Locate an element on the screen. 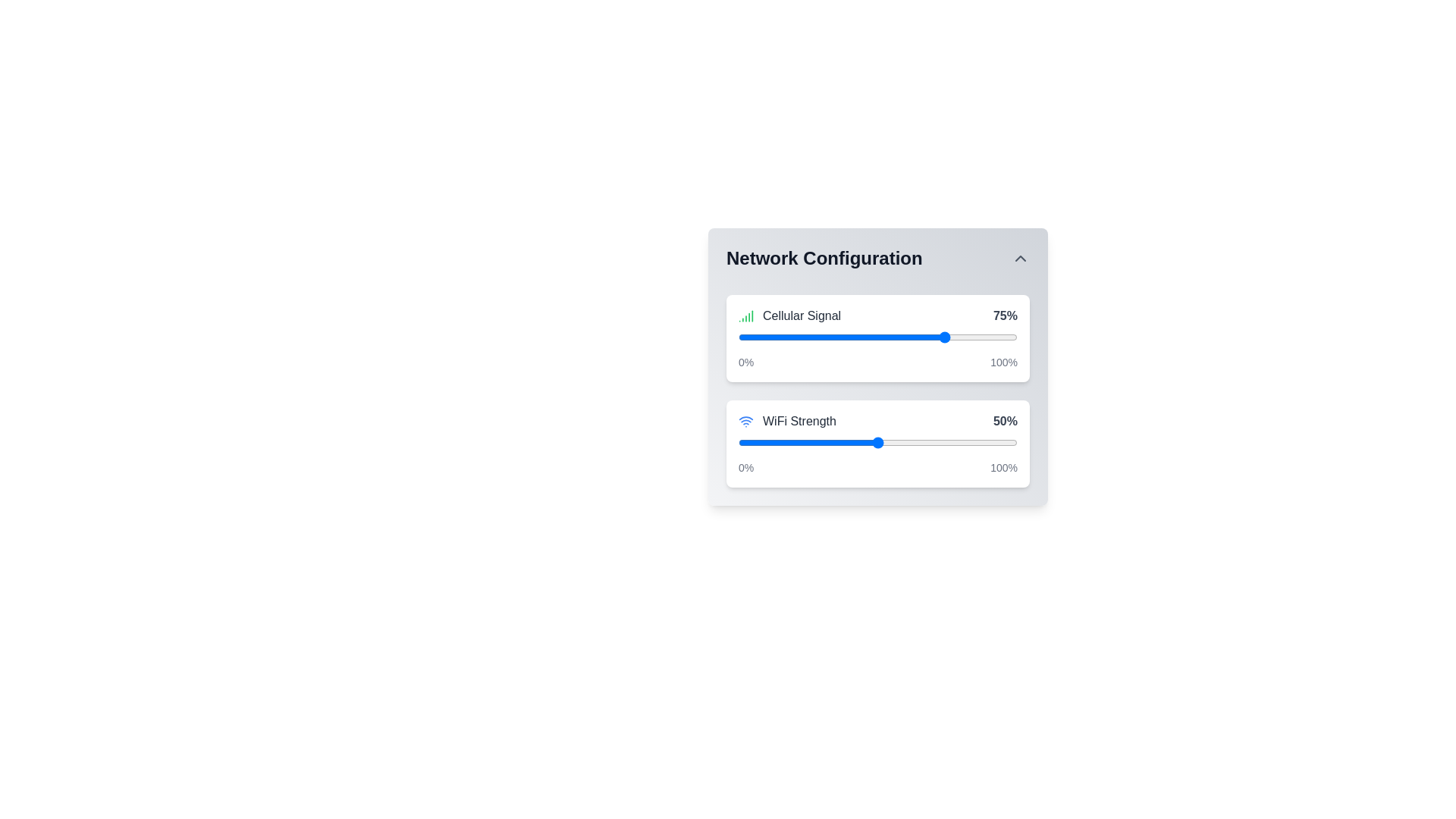  the WiFi strength is located at coordinates (802, 442).